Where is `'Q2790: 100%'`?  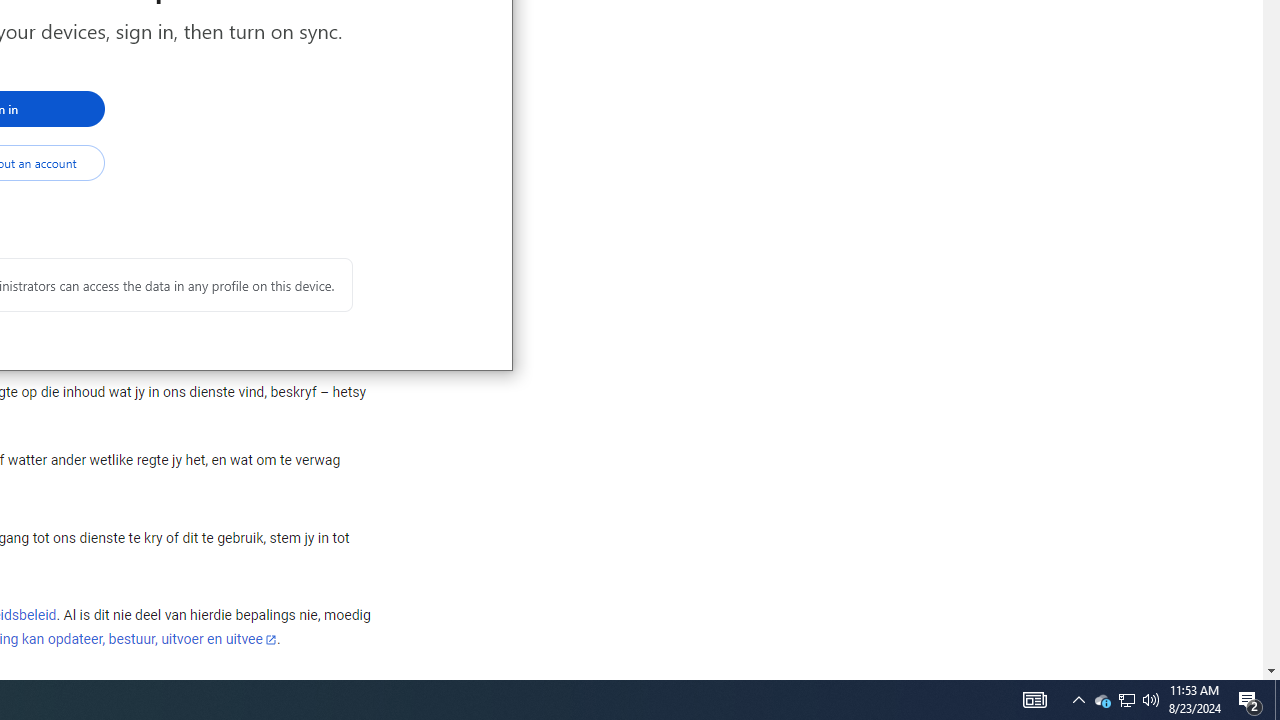 'Q2790: 100%' is located at coordinates (1151, 698).